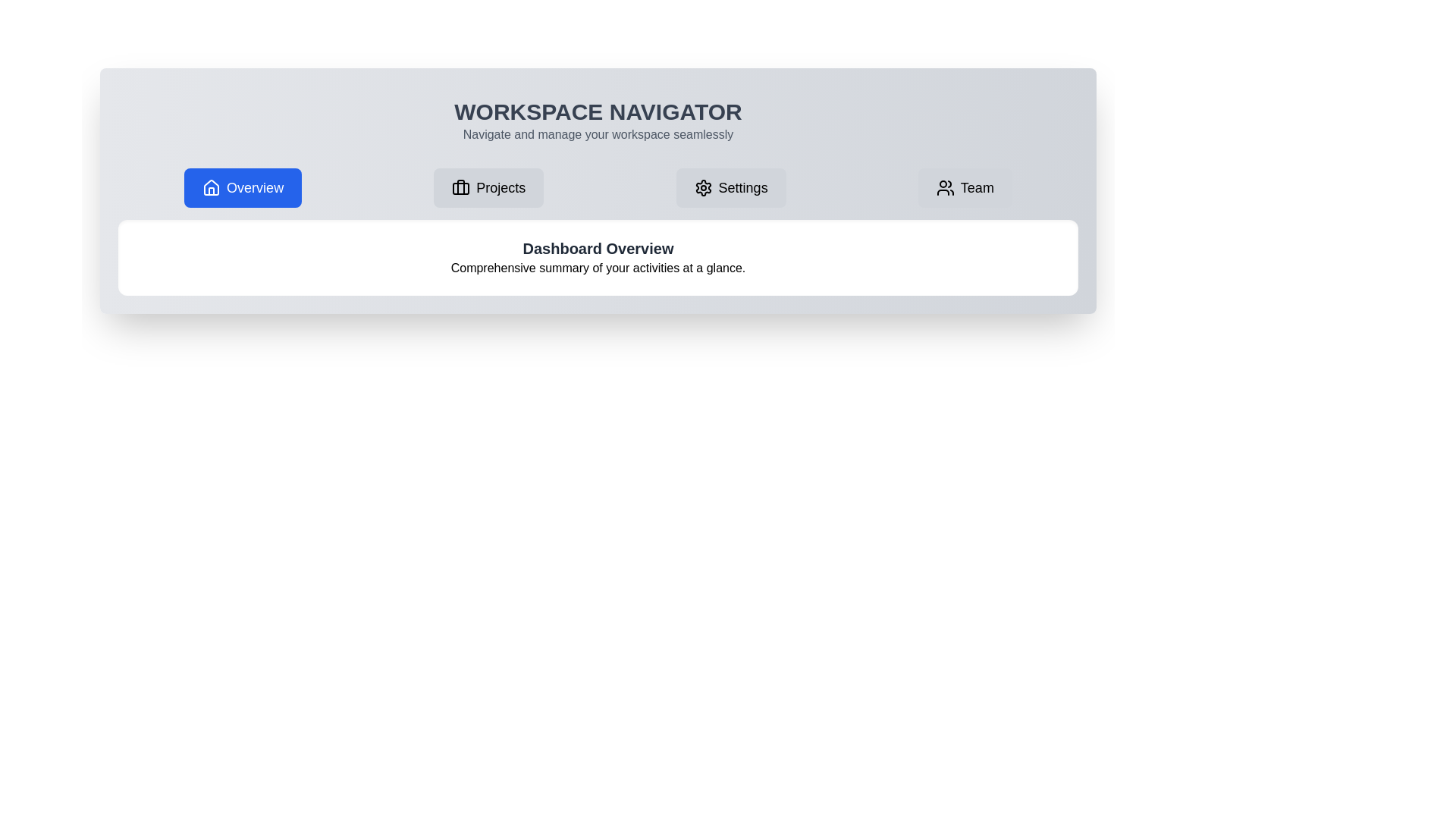 The width and height of the screenshot is (1456, 819). Describe the element at coordinates (211, 187) in the screenshot. I see `the 'Overview' button, which contains the house icon` at that location.